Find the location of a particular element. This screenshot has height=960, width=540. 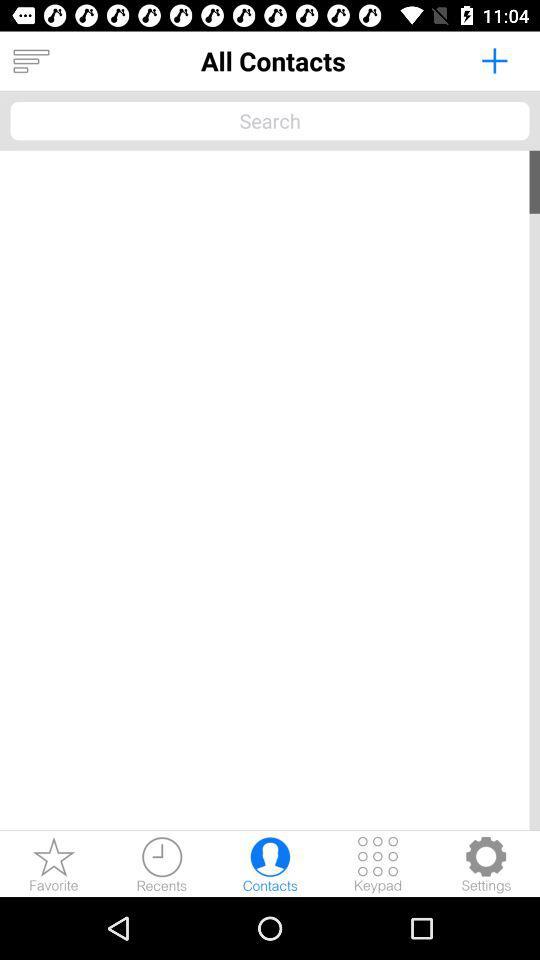

see recent is located at coordinates (161, 863).